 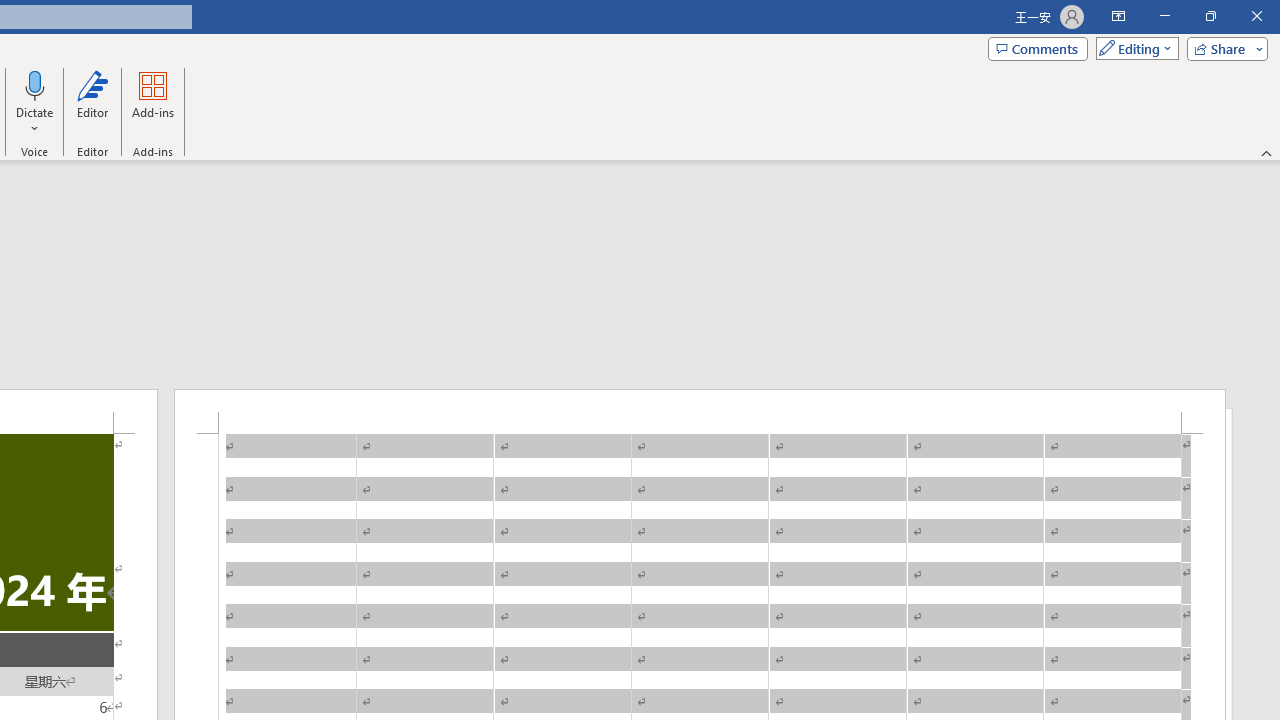 I want to click on 'Collapse the Ribbon', so click(x=1266, y=152).